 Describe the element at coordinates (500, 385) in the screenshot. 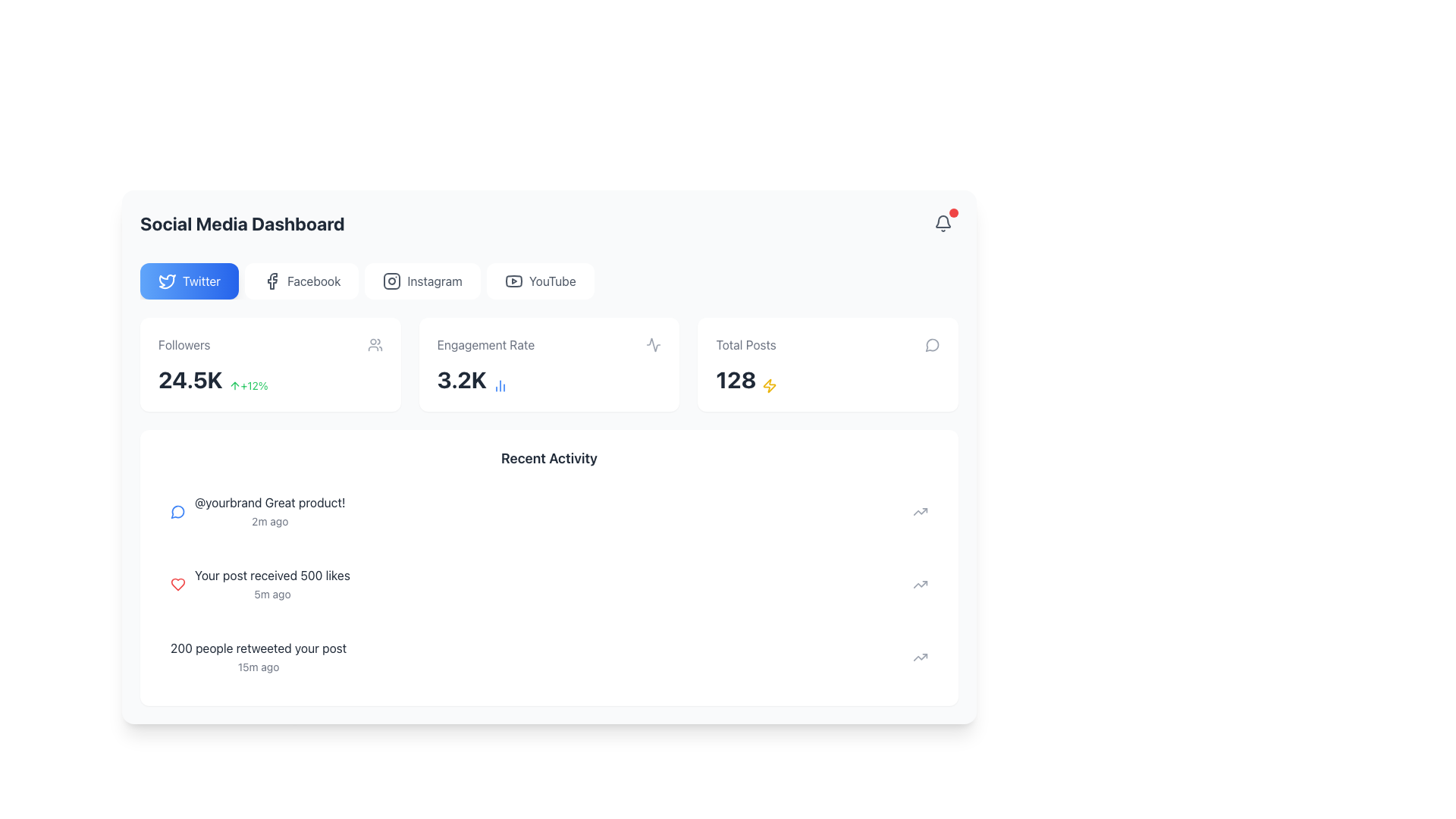

I see `the blue bar chart icon located in the second widget of the dashboard, next to the text '3.2K'` at that location.